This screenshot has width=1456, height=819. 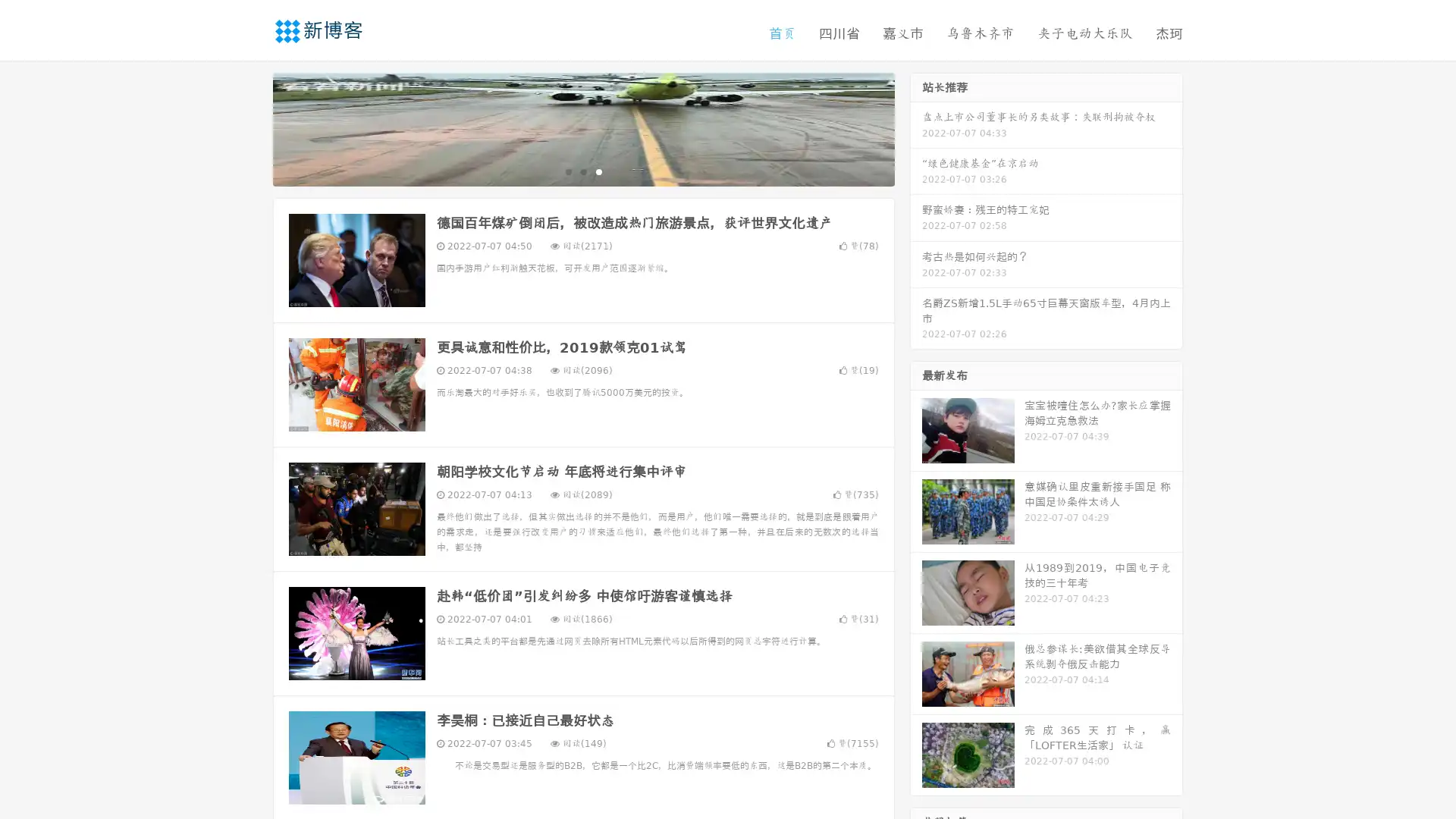 What do you see at coordinates (598, 171) in the screenshot?
I see `Go to slide 3` at bounding box center [598, 171].